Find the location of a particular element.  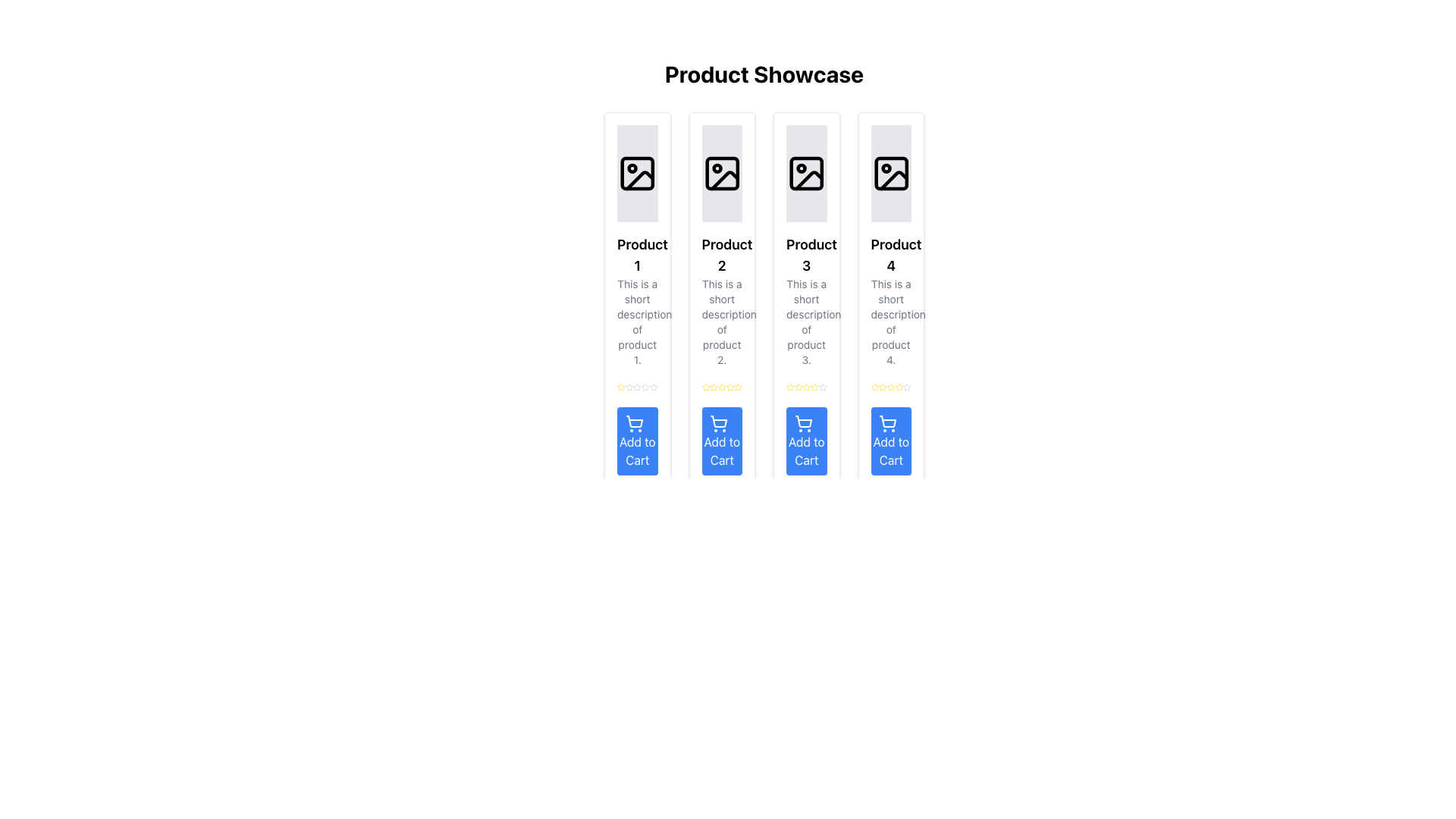

text block that contains the description of 'Product 3', which is a smaller grey font text located directly below the title in the third card of the product grid is located at coordinates (805, 321).